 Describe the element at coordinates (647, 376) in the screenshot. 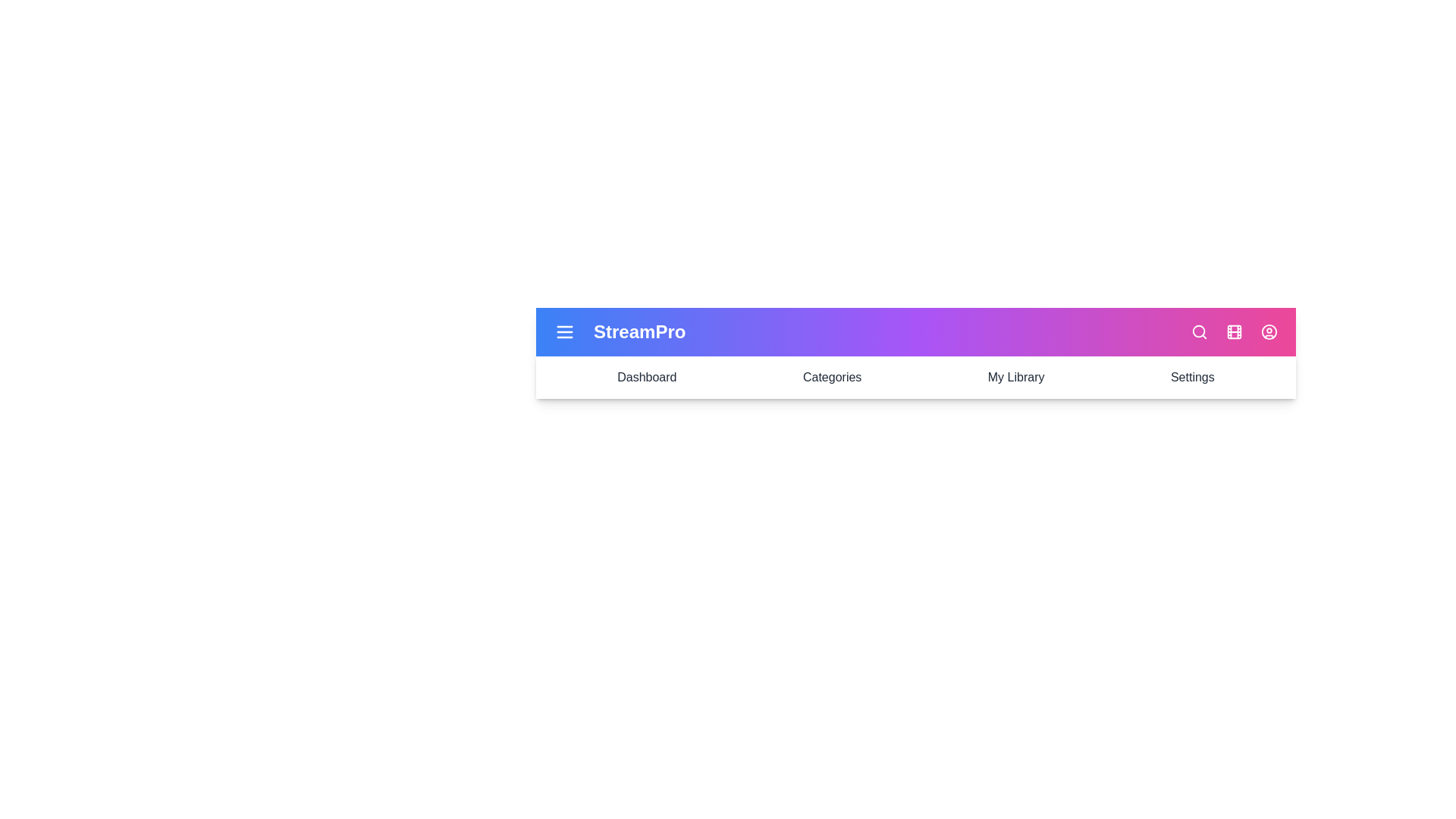

I see `the Dashboard navigation section` at that location.